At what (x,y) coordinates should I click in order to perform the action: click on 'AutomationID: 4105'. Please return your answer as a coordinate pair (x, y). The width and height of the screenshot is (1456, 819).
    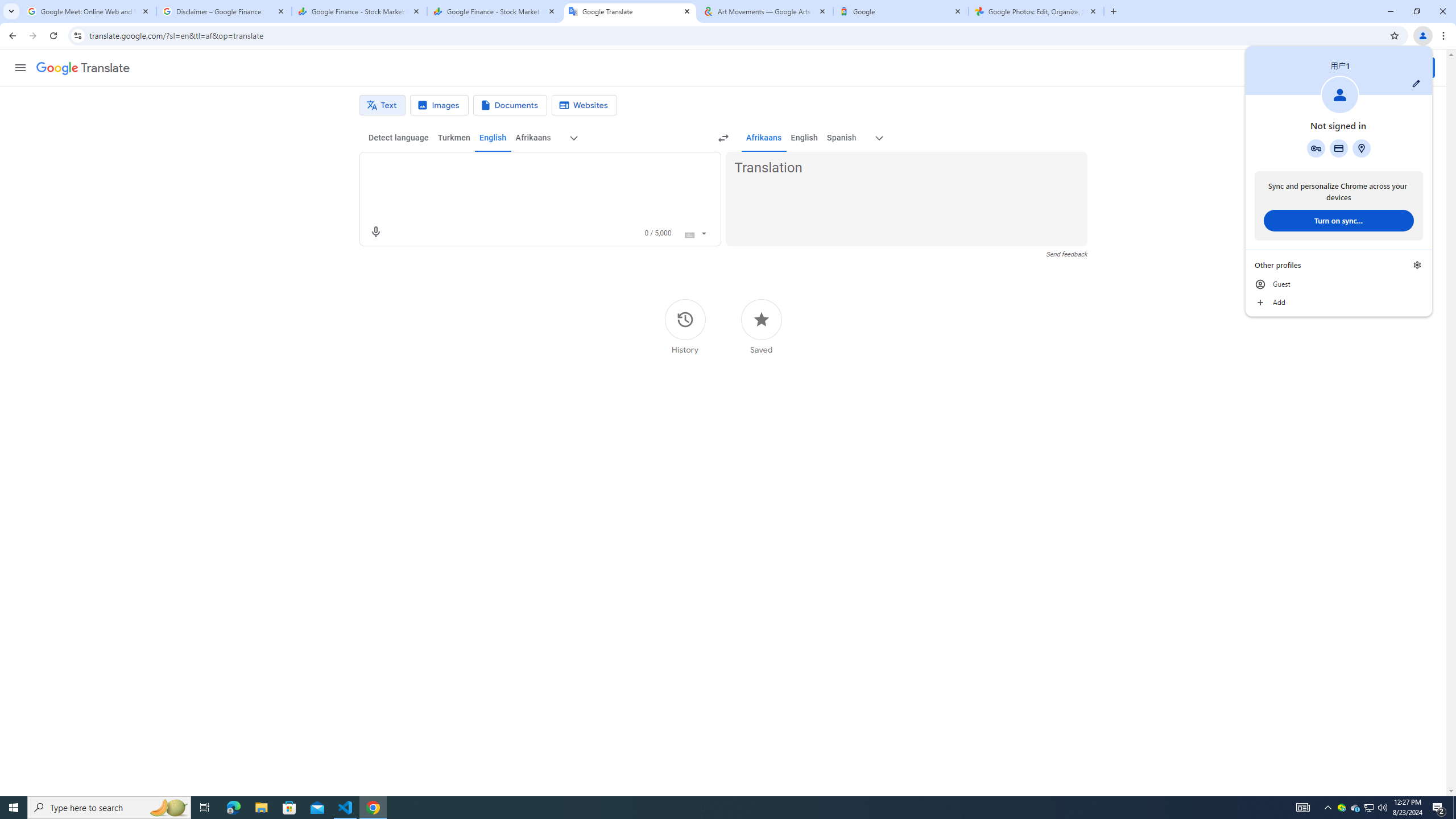
    Looking at the image, I should click on (1302, 806).